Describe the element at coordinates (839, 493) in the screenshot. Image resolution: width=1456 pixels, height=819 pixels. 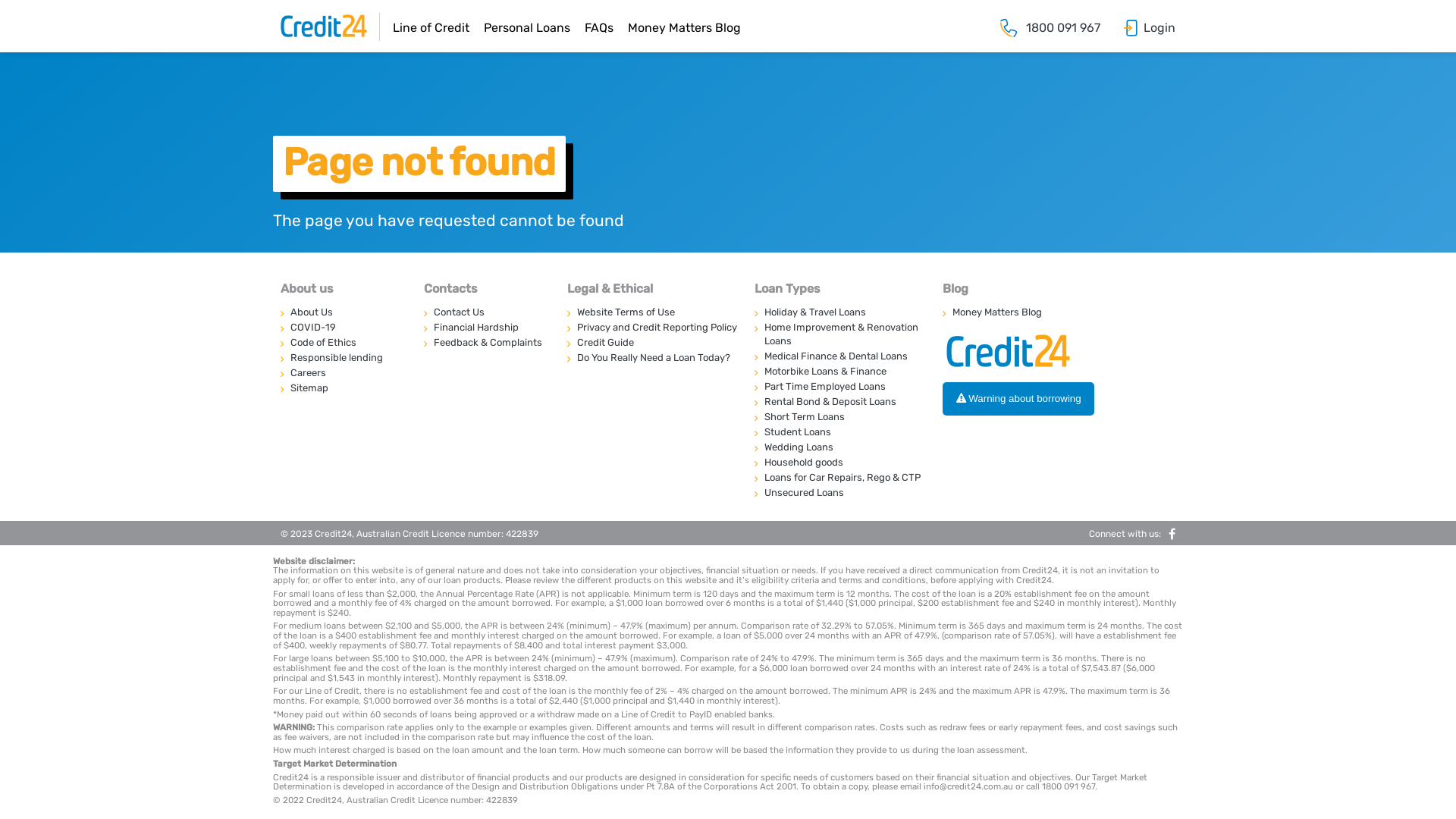
I see `'Unsecured Loans'` at that location.